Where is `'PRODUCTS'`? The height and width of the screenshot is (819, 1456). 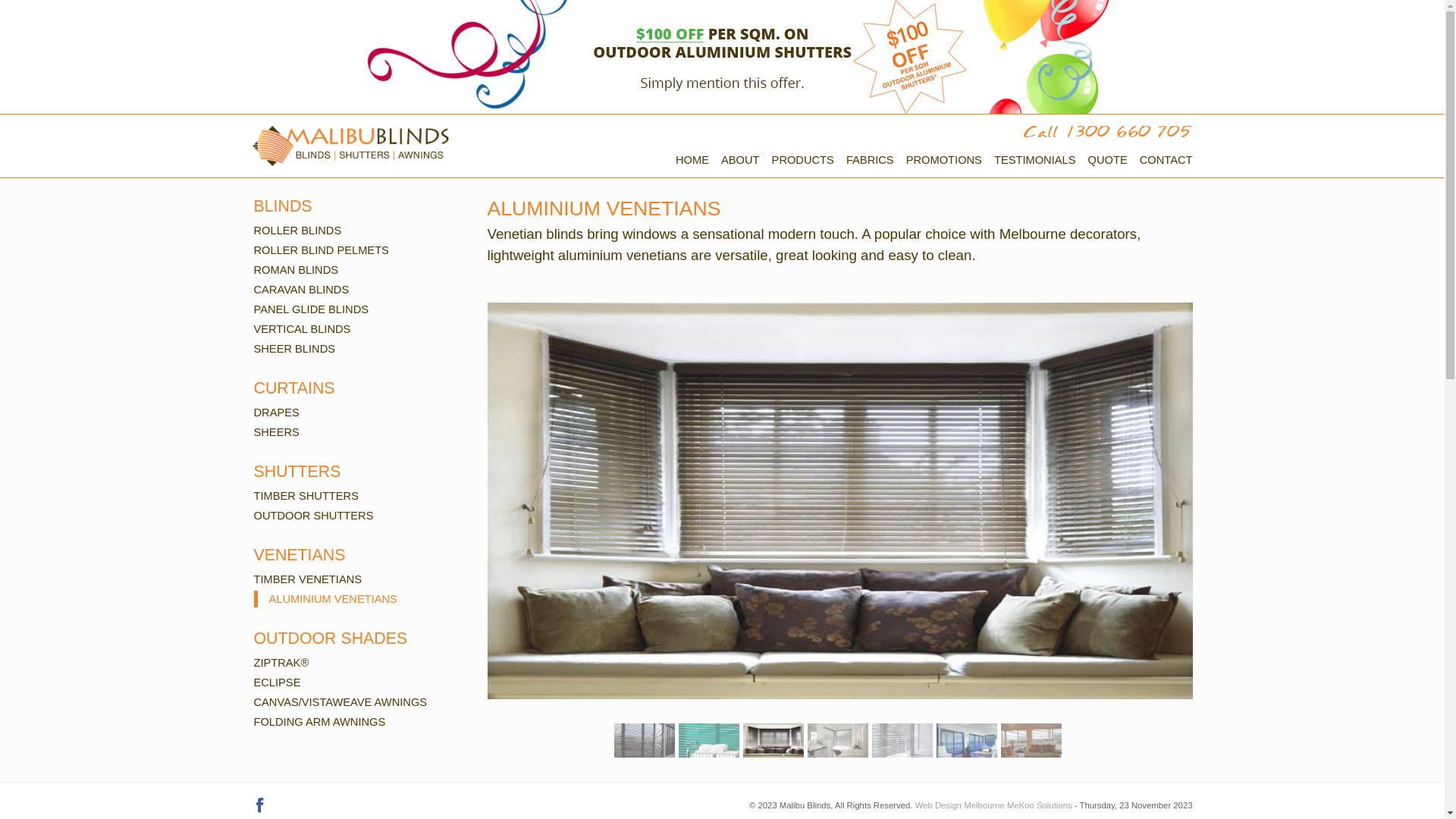
'PRODUCTS' is located at coordinates (802, 160).